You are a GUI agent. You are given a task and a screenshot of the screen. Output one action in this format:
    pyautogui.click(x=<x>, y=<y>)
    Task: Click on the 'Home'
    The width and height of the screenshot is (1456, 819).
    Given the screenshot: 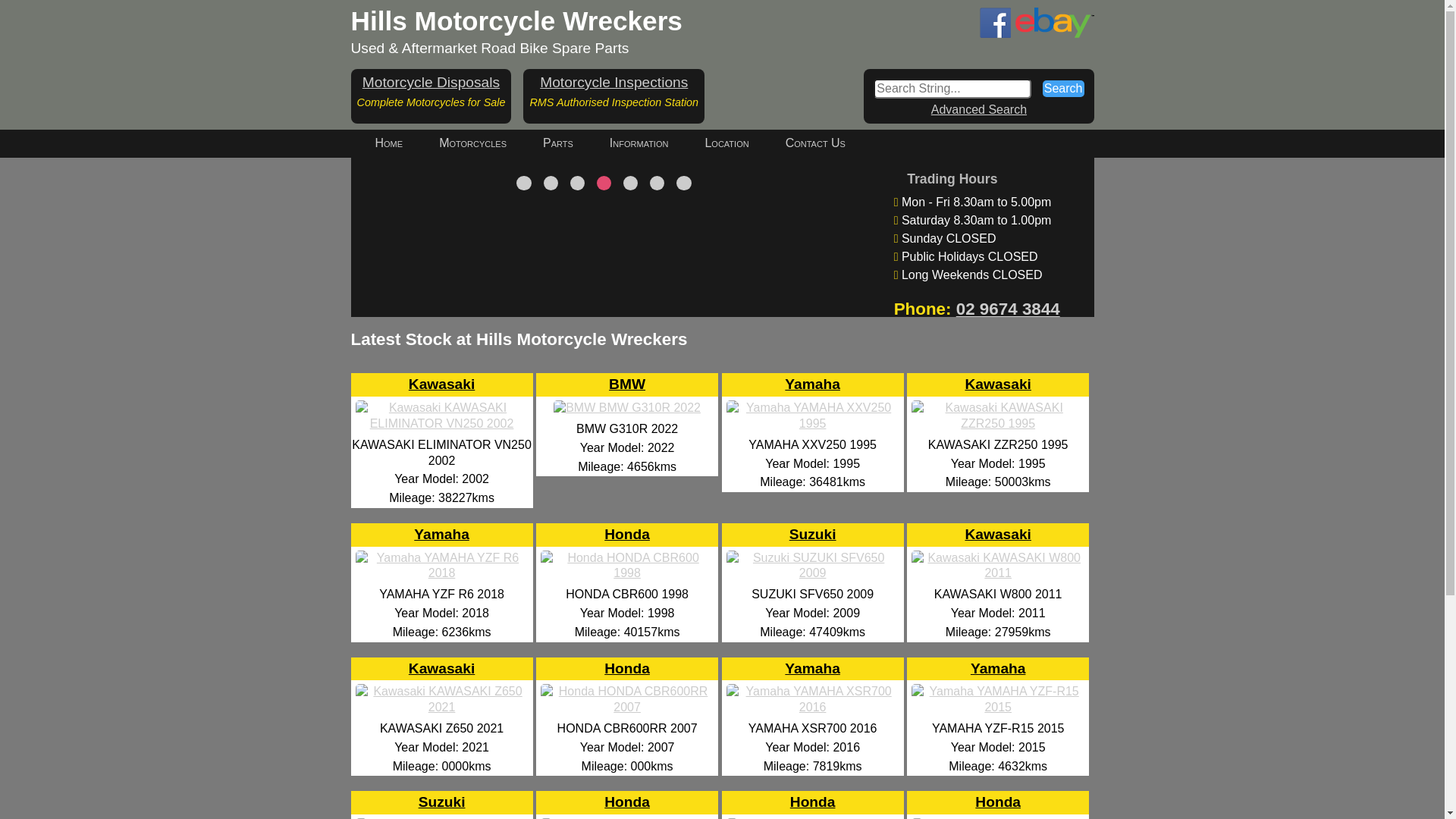 What is the action you would take?
    pyautogui.click(x=356, y=143)
    